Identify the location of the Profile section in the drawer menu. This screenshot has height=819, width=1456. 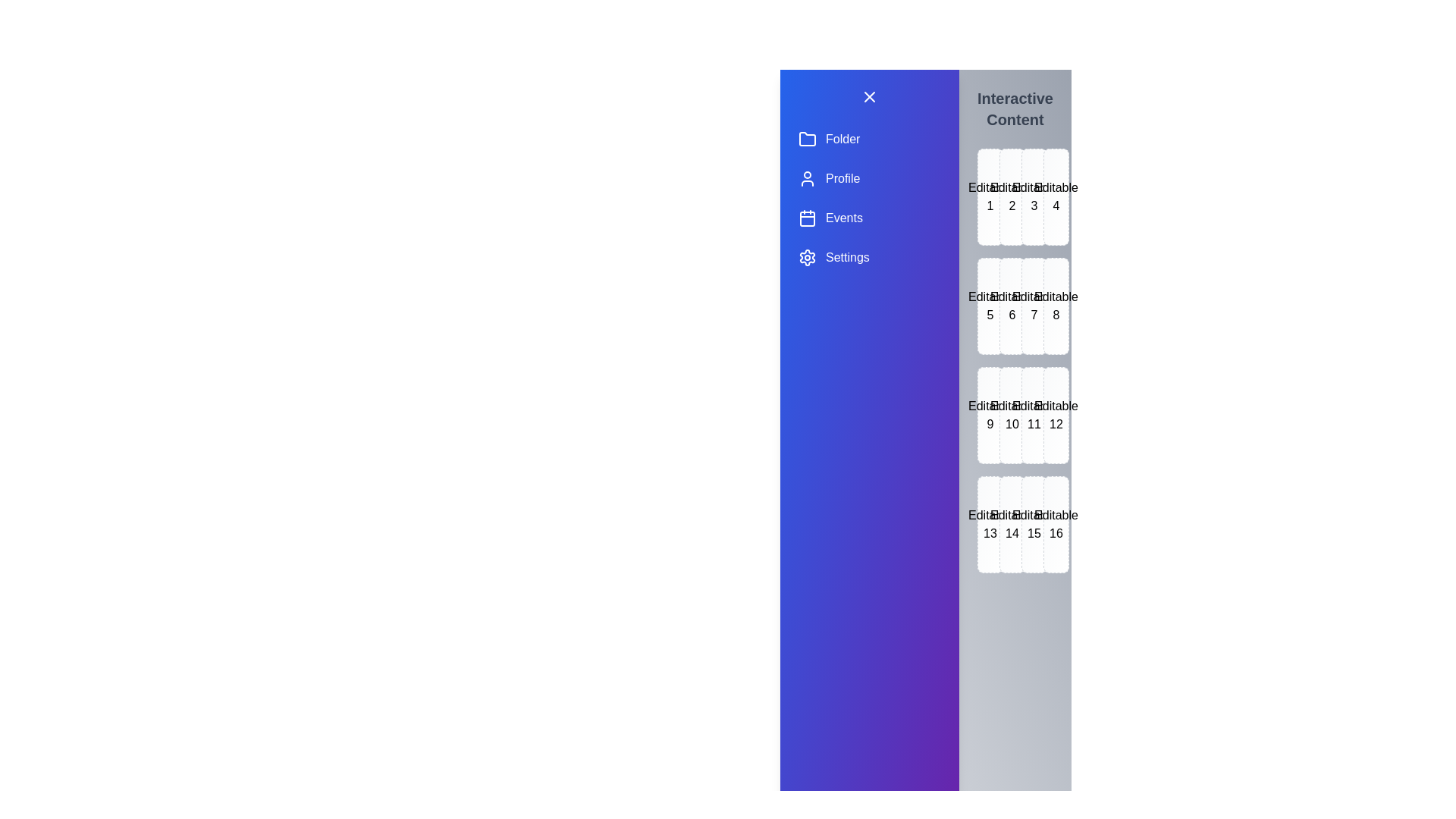
(870, 177).